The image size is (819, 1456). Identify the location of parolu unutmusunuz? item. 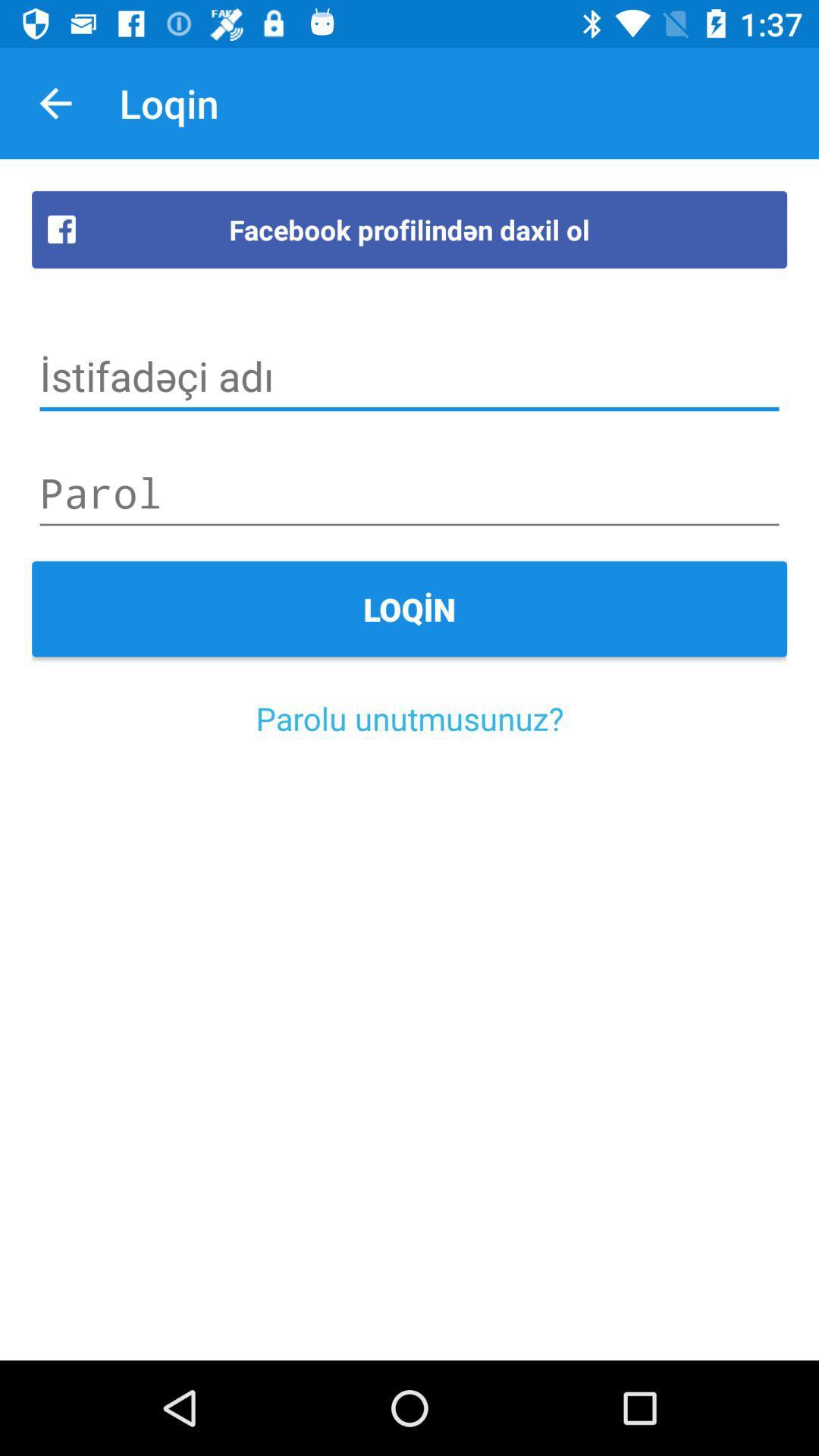
(409, 717).